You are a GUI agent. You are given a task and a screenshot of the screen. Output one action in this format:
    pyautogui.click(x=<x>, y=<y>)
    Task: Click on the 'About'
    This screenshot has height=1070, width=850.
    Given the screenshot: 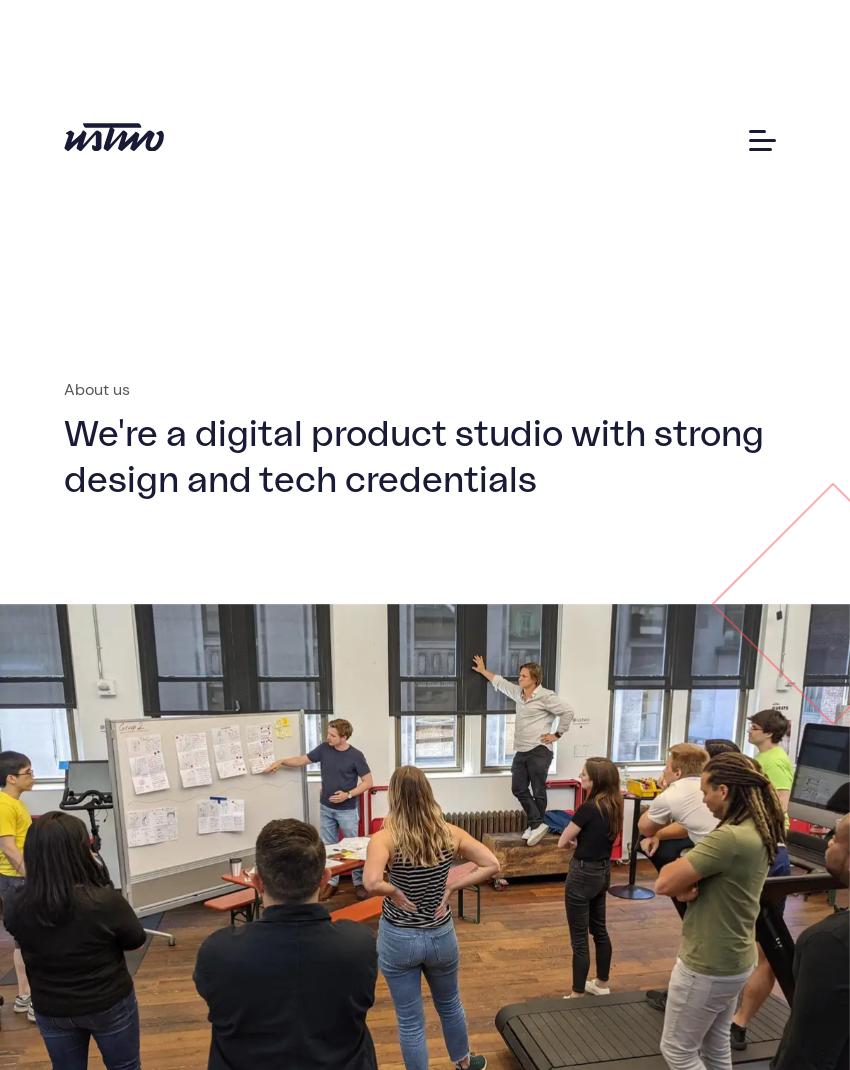 What is the action you would take?
    pyautogui.click(x=62, y=148)
    